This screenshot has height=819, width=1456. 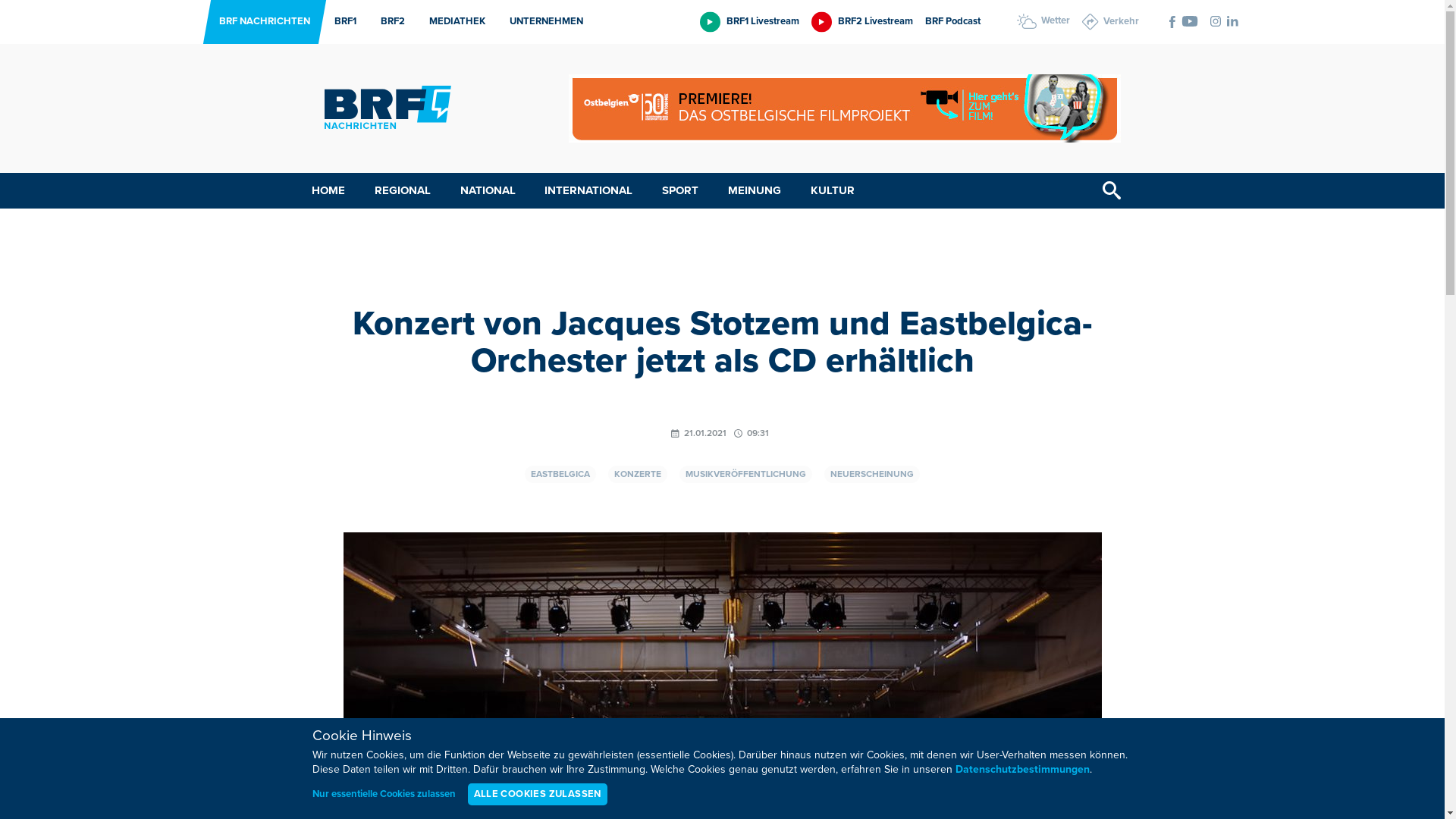 I want to click on 'Wetter', so click(x=1041, y=20).